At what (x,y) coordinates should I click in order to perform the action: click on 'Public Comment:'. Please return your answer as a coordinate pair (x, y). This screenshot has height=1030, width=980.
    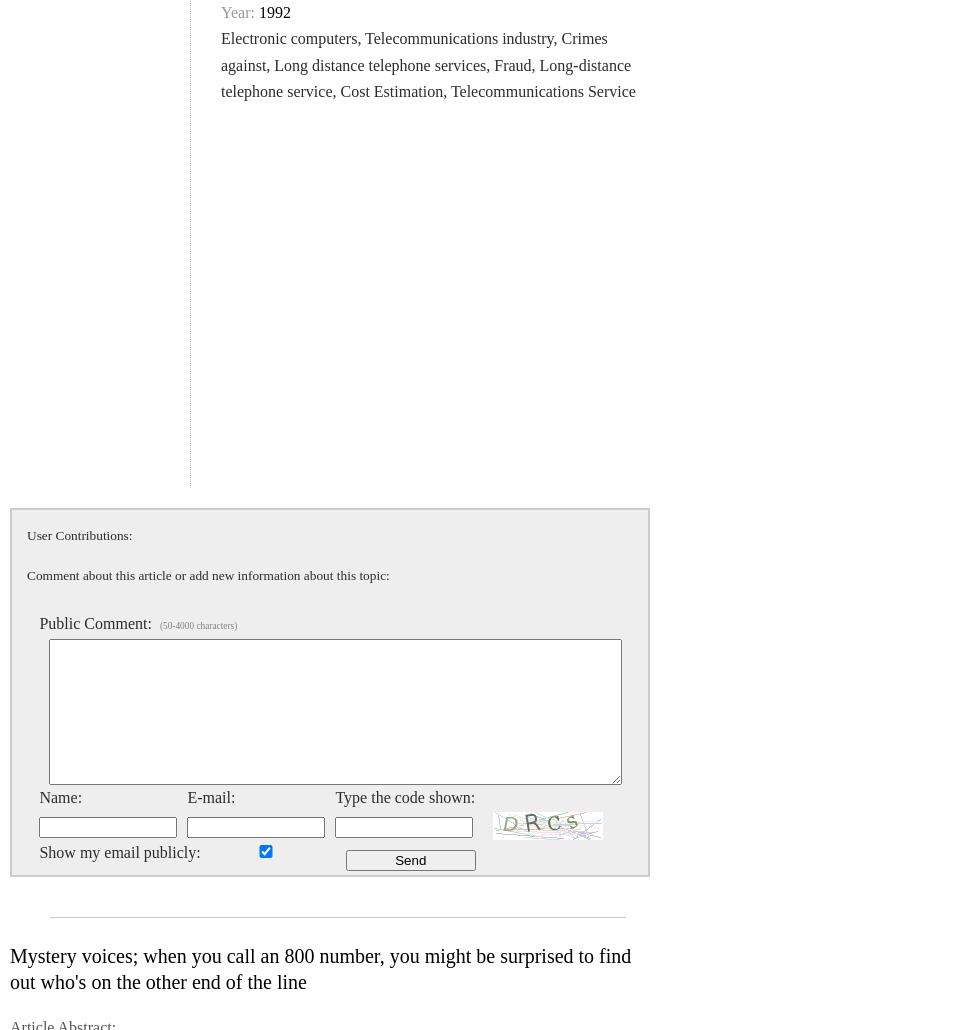
    Looking at the image, I should click on (98, 621).